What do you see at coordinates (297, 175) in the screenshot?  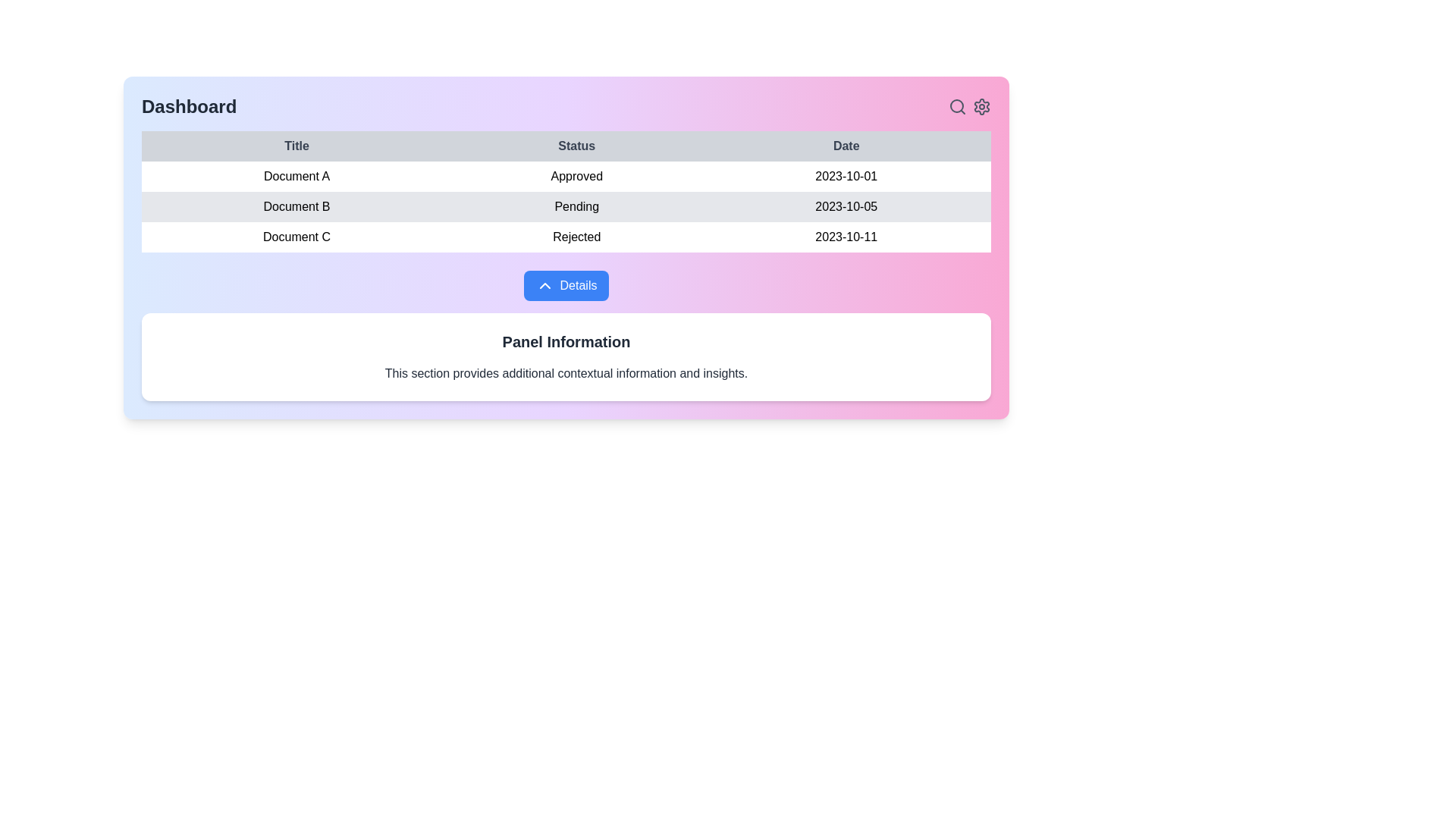 I see `the static text label displaying 'Document A' in the first row of the table under the 'Title' column` at bounding box center [297, 175].